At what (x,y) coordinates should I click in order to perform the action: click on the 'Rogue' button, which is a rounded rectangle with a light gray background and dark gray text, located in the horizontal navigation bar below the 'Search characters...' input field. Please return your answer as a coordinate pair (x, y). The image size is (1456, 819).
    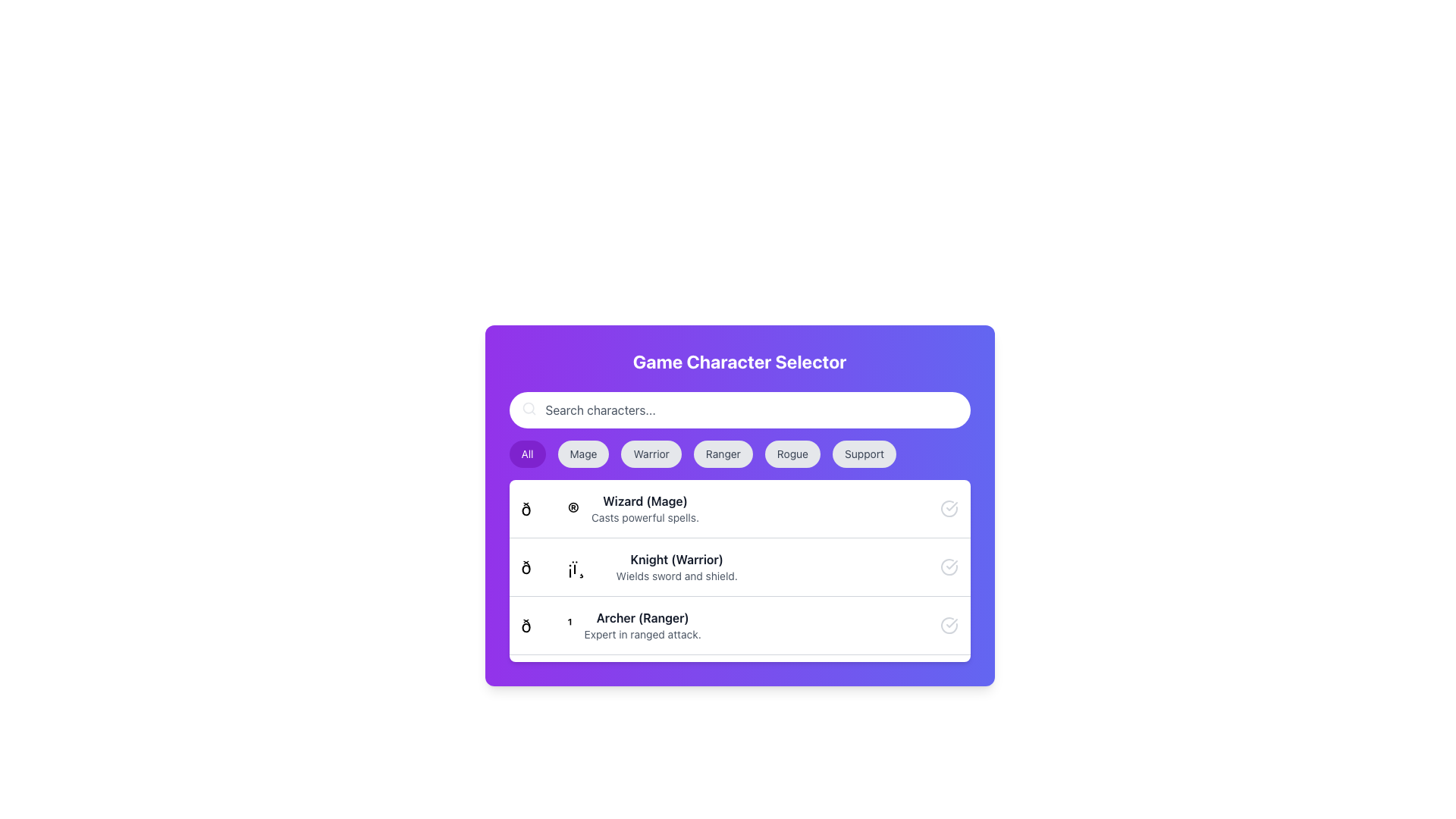
    Looking at the image, I should click on (792, 453).